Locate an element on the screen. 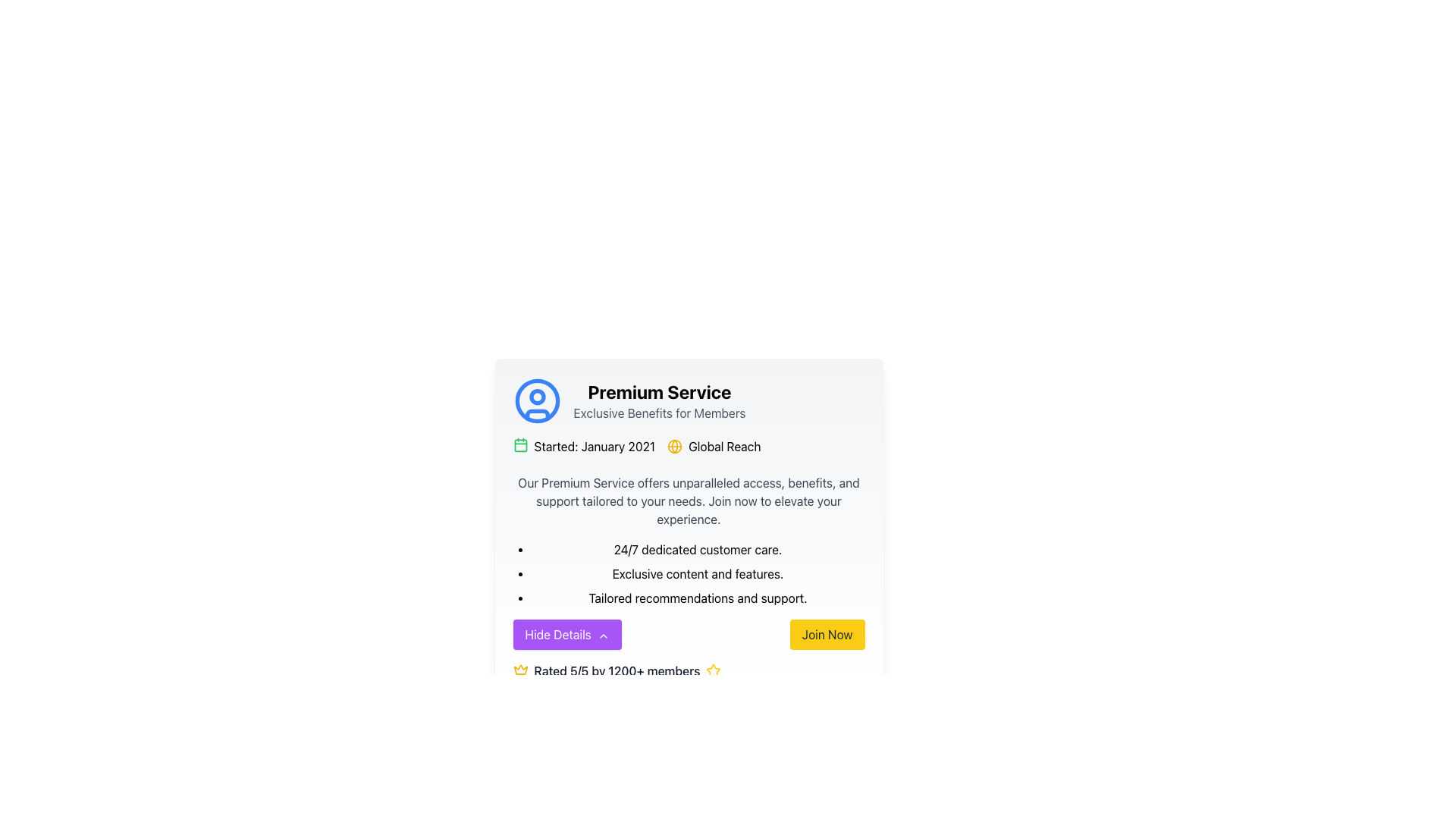 This screenshot has height=819, width=1456. the Text Label that indicates the starting date of the service, located in the upper-left section of the card, next to a green calendar icon and aligned with the 'Global Reach' text is located at coordinates (594, 446).